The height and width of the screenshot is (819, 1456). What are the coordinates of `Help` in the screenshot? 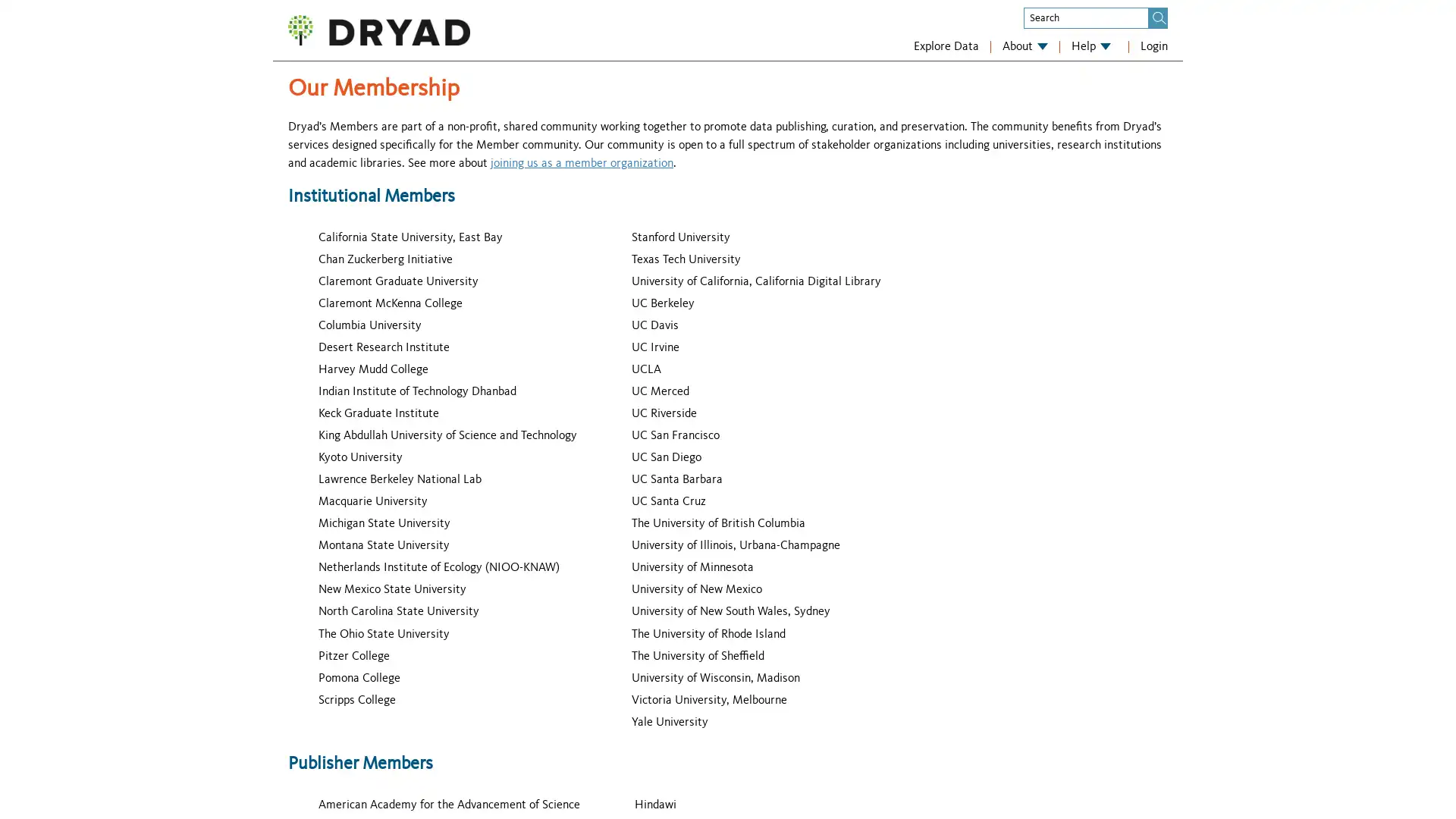 It's located at (1090, 45).